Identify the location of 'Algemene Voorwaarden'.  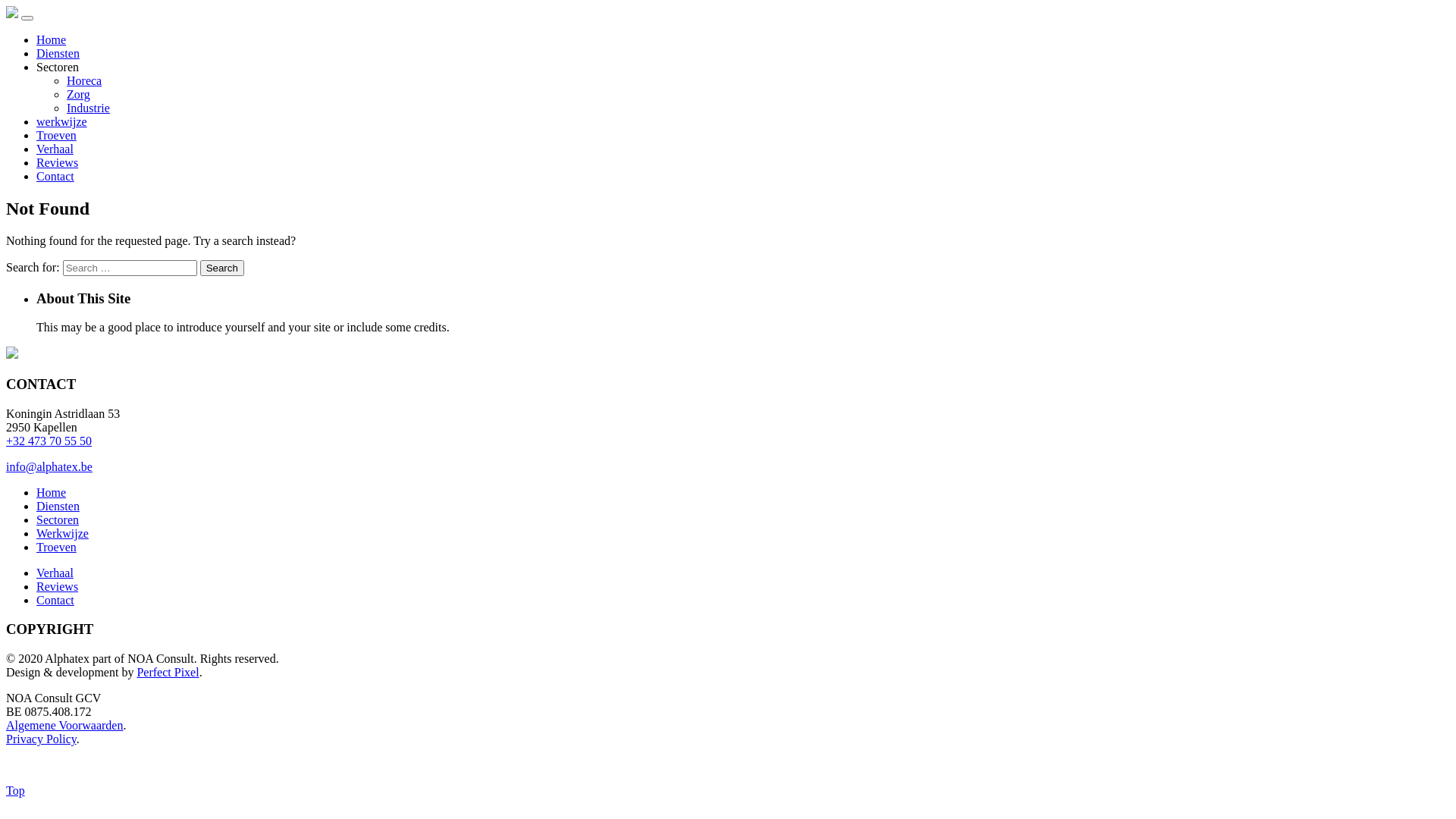
(64, 724).